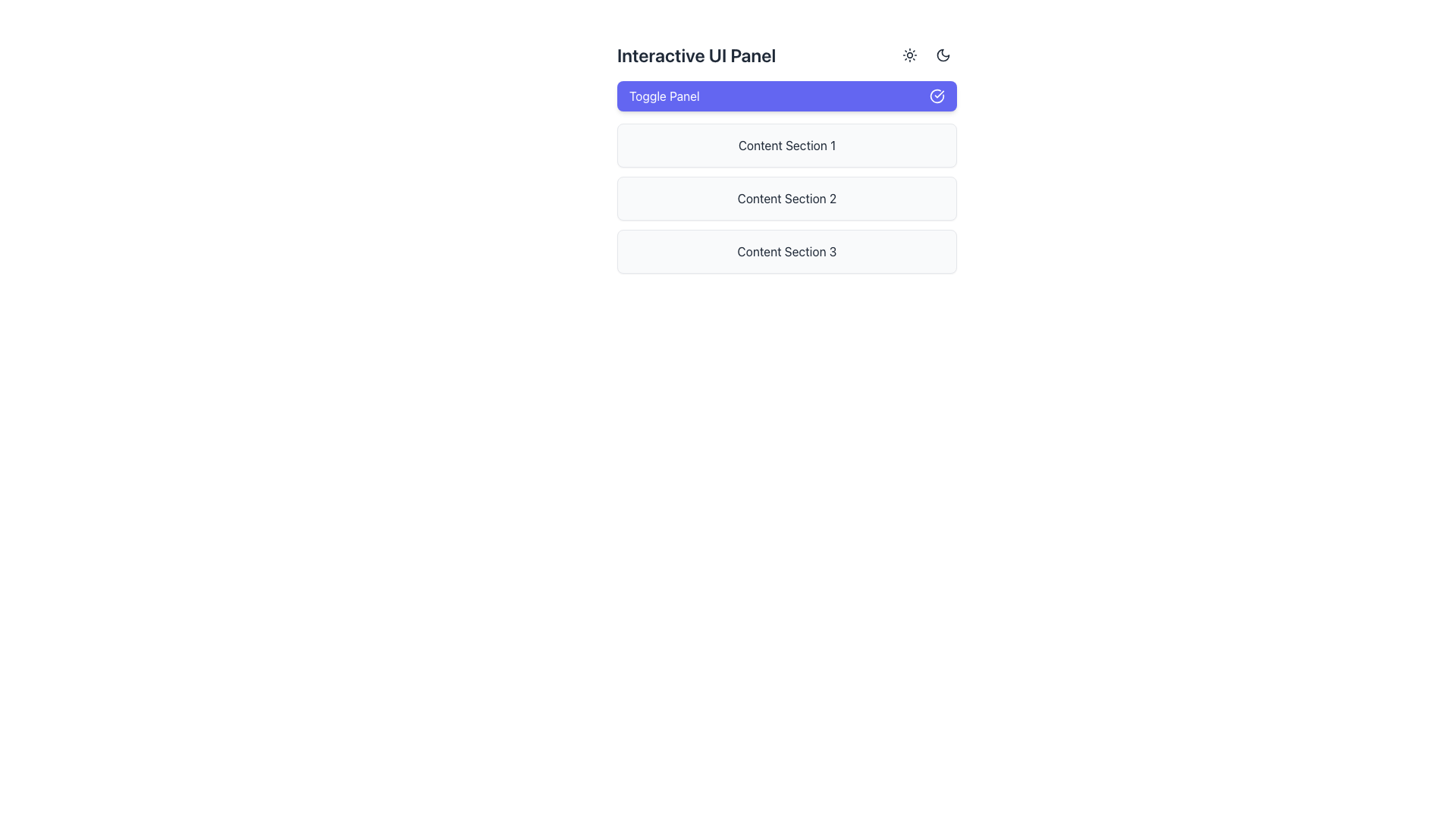 This screenshot has width=1456, height=819. Describe the element at coordinates (942, 55) in the screenshot. I see `the night mode toggle icon located to the right of the title text 'Interactive UI Panel' in the upper right section of the interface` at that location.